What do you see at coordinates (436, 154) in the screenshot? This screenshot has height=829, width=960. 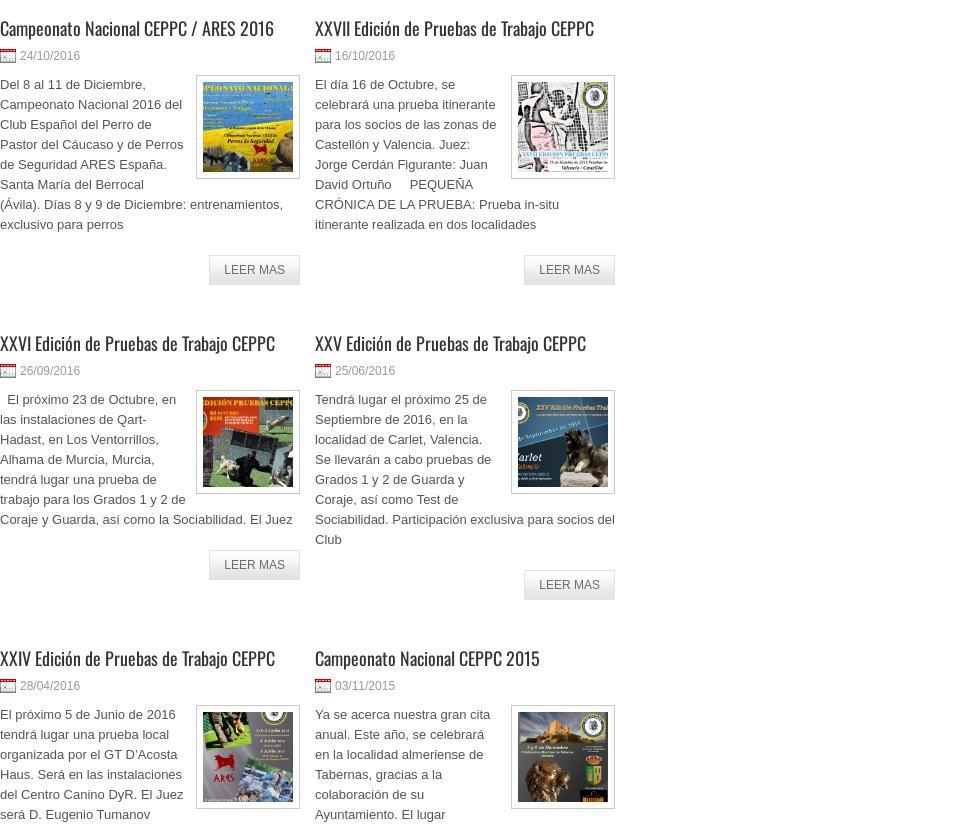 I see `'El día 16 de Octubre, se celebrará una prueba itinerante para los socios de las zonas de Castellón y Valencia. Juez: Jorge Cerdán Figurante: Juan David Ortuño     PEQUEÑA CRÓNICA DE LA PRUEBA: Prueba in-situ itinerante realizada en dos localidades'` at bounding box center [436, 154].